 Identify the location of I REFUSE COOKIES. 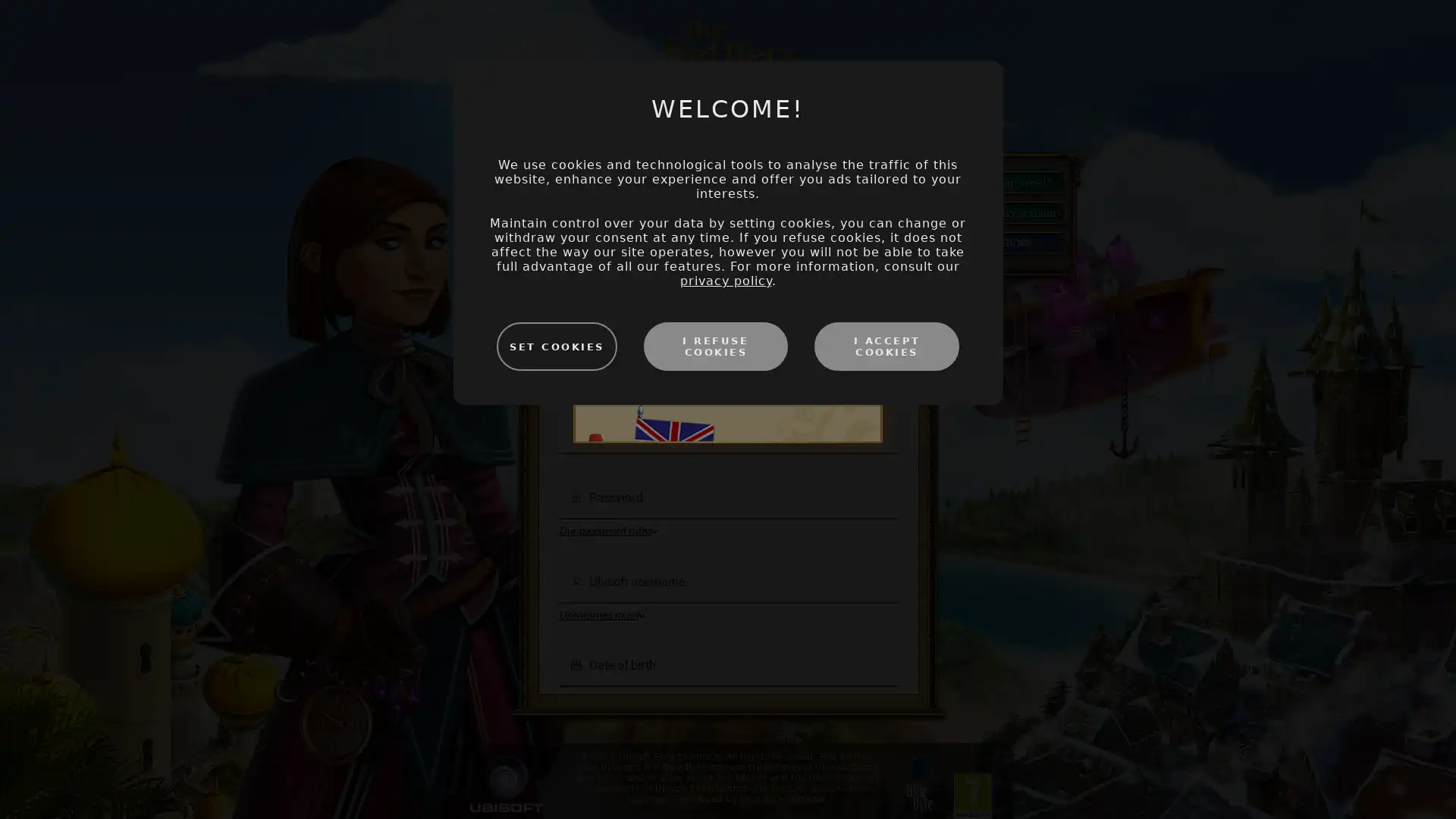
(714, 346).